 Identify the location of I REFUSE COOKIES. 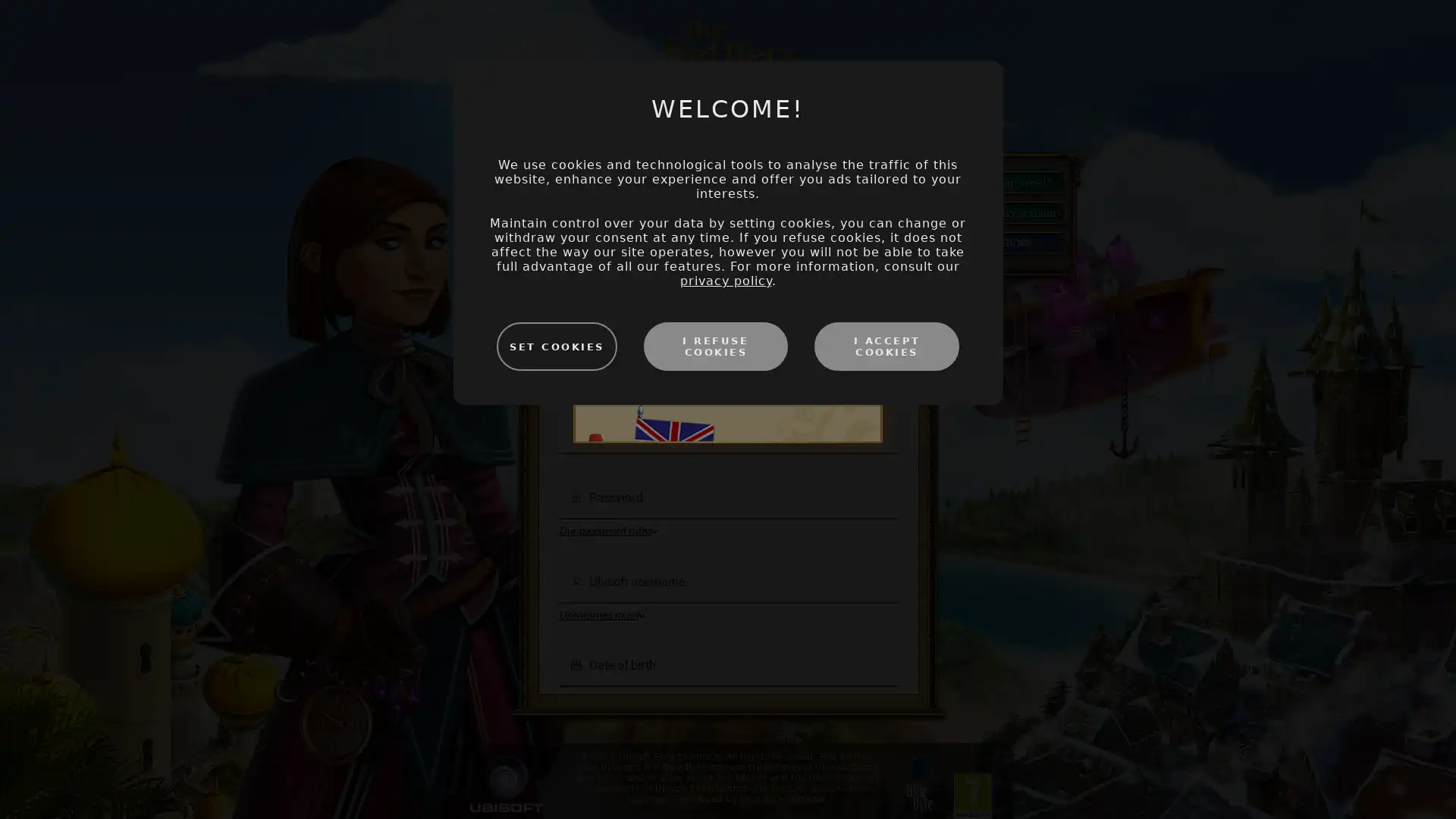
(714, 346).